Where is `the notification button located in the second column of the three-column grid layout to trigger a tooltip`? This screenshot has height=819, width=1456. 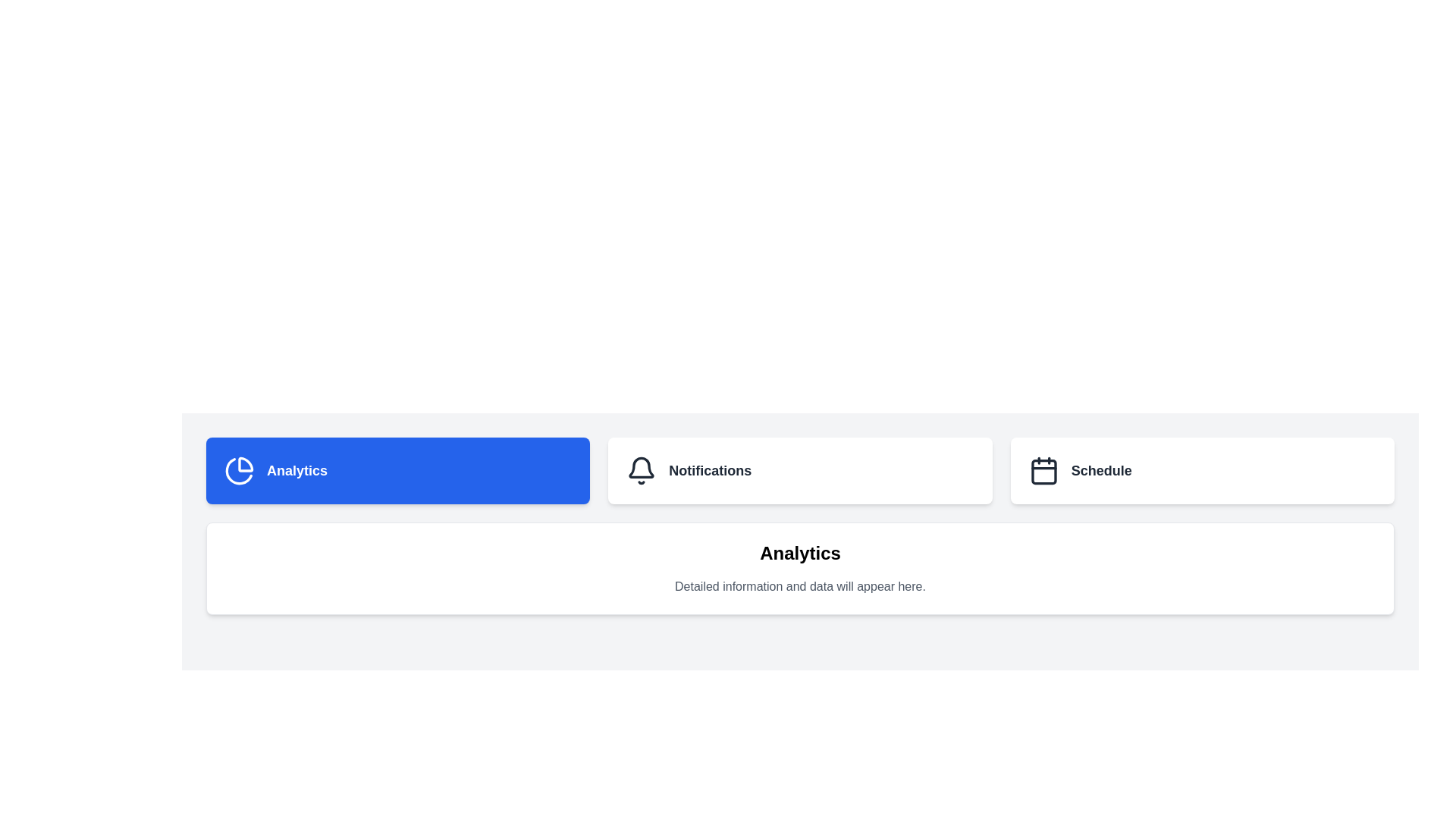 the notification button located in the second column of the three-column grid layout to trigger a tooltip is located at coordinates (799, 470).